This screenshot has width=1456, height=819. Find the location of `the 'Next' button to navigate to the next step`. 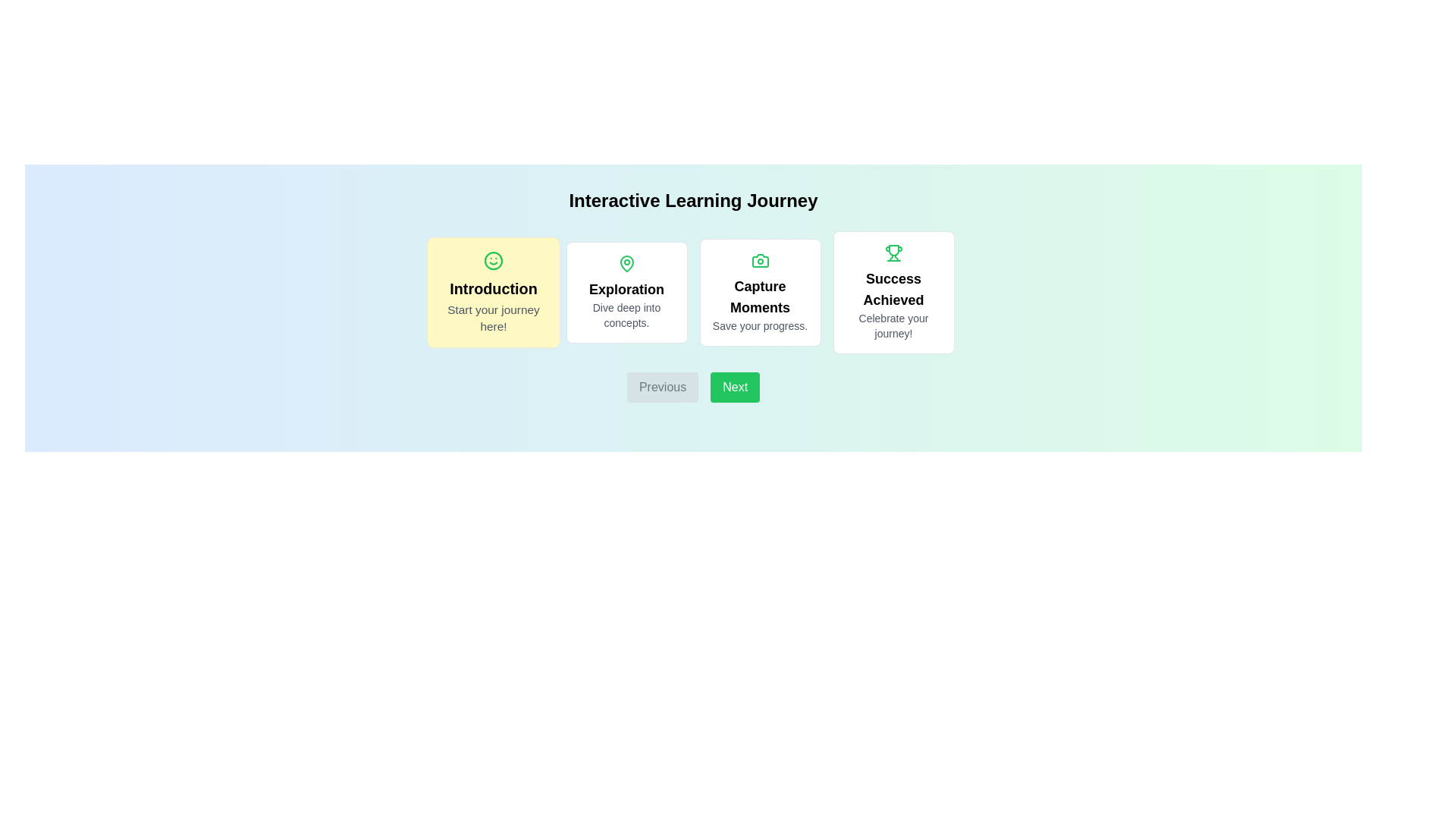

the 'Next' button to navigate to the next step is located at coordinates (735, 386).